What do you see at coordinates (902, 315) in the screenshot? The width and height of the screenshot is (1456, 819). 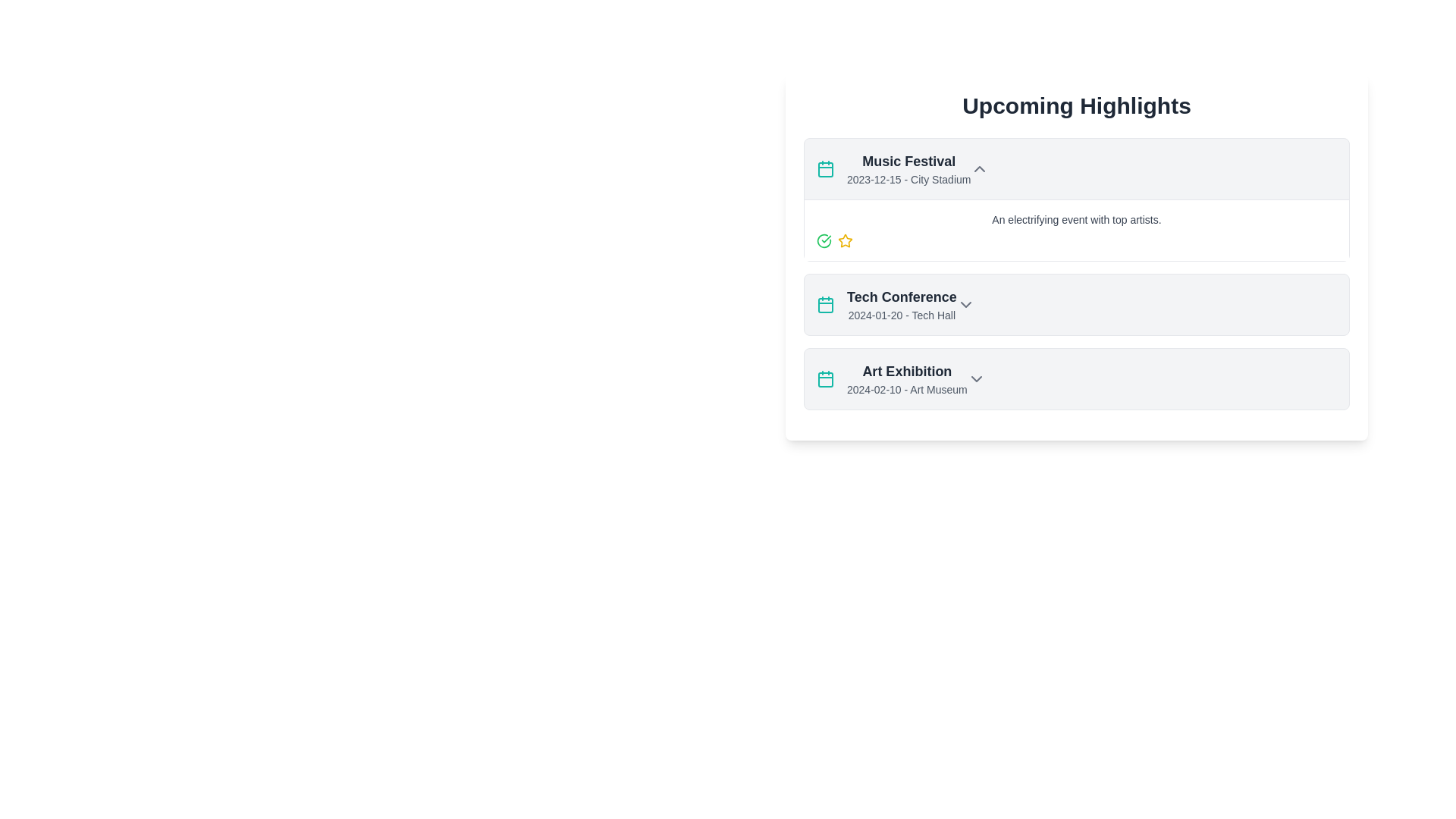 I see `the Text label that provides information about the date and venue of the 'Tech Conference' event, located below the title 'Tech Conference' in the middle section of the event list` at bounding box center [902, 315].